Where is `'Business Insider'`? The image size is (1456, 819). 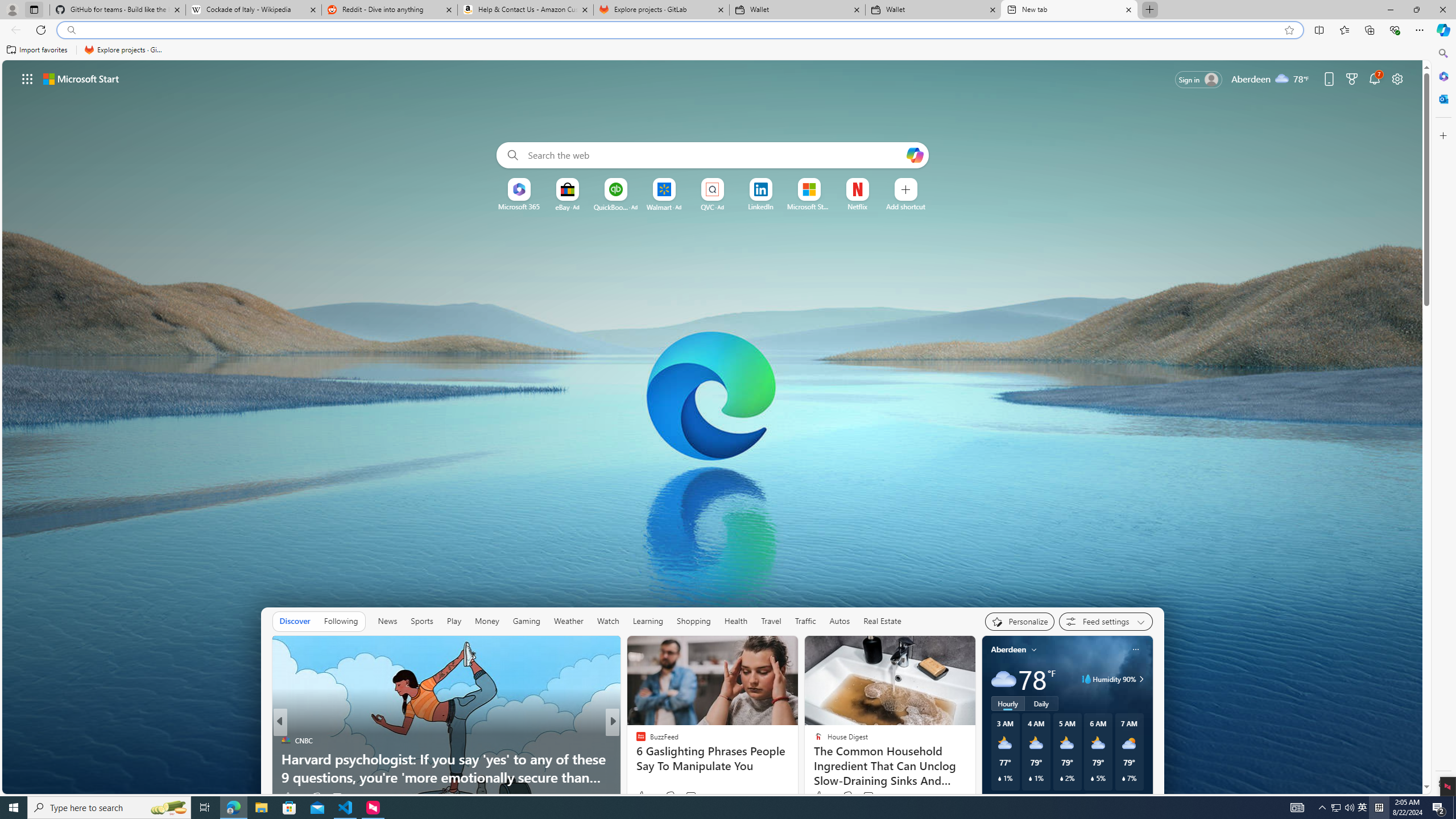
'Business Insider' is located at coordinates (635, 741).